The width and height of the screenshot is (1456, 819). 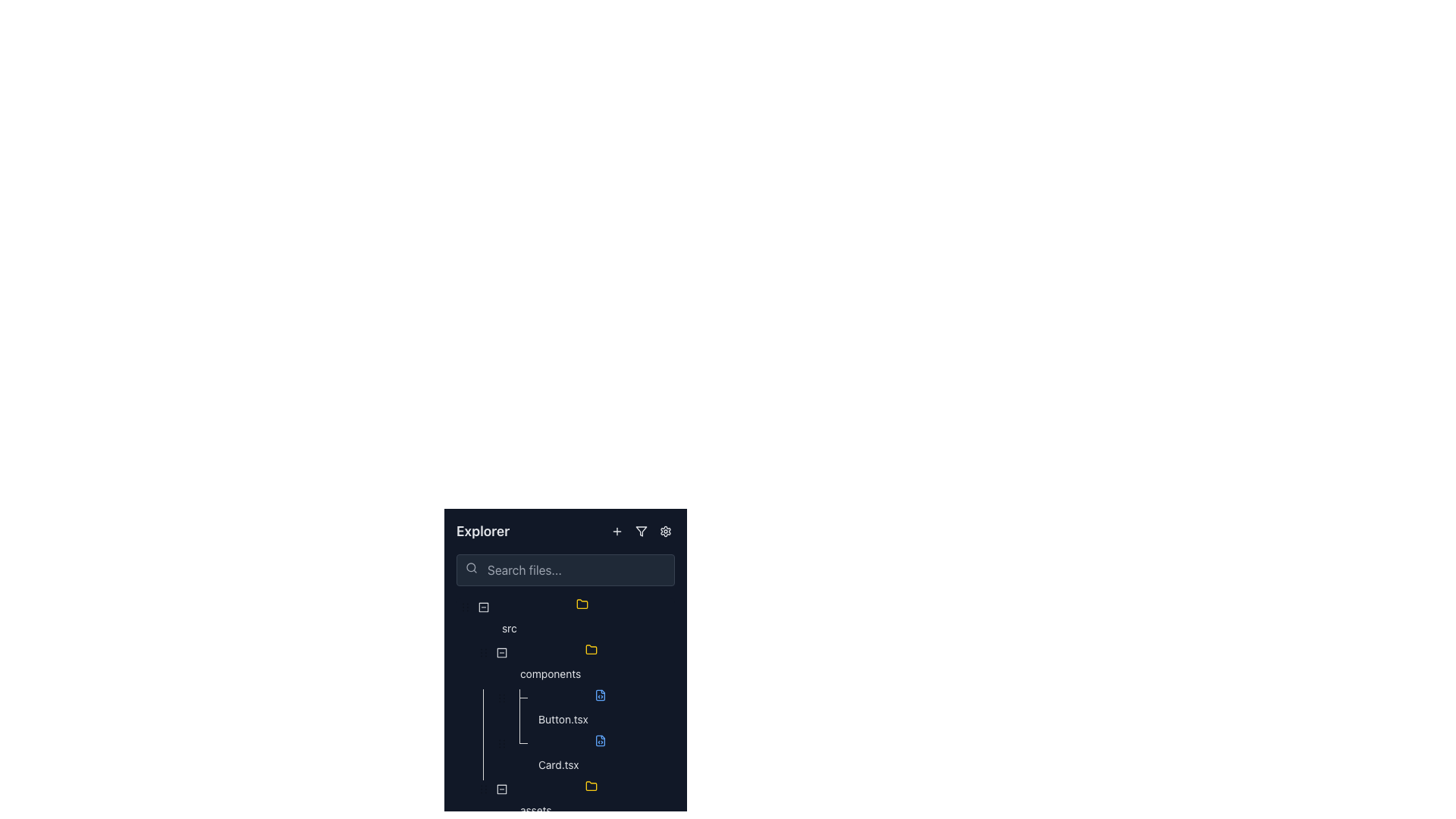 What do you see at coordinates (483, 651) in the screenshot?
I see `the drag-and-drop handle located in the 'Explorer' sidebar next to the 'src' folder` at bounding box center [483, 651].